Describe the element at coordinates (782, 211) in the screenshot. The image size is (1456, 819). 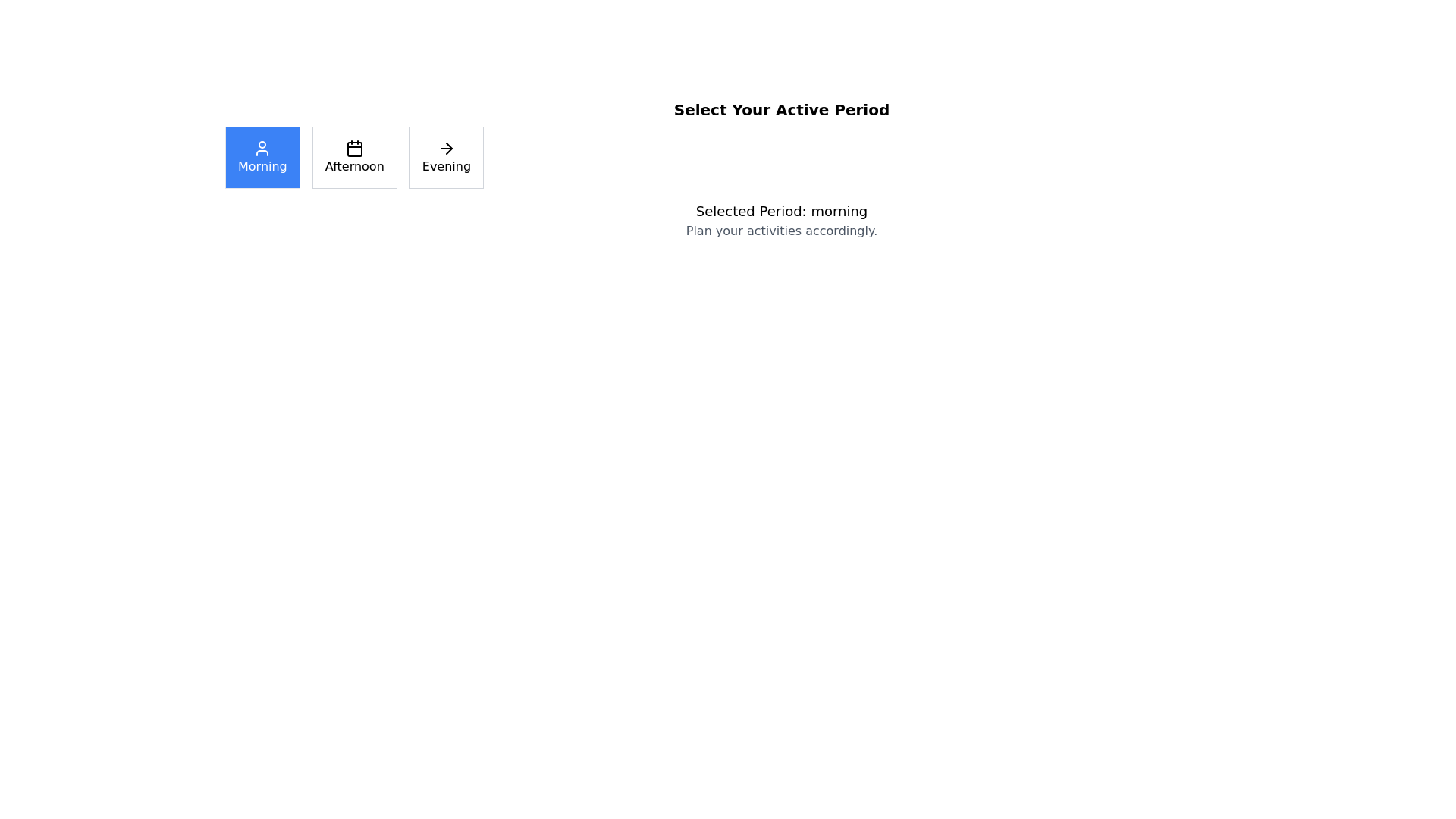
I see `the header or label that indicates the currently selected time period, located centrally towards the top of the interface, above the element stating 'Plan your activities accordingly.'` at that location.